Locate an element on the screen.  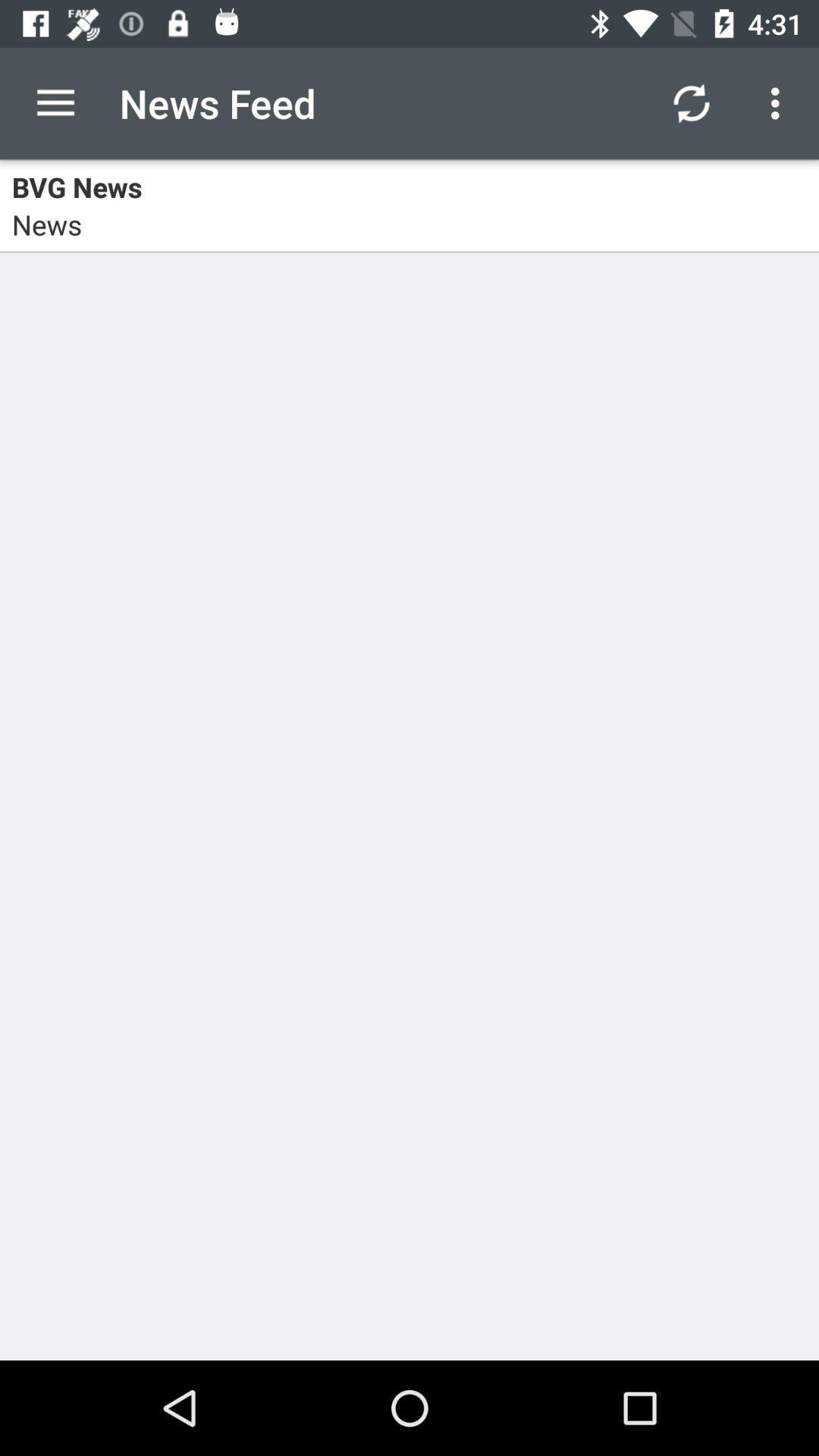
the app next to the news feed app is located at coordinates (691, 102).